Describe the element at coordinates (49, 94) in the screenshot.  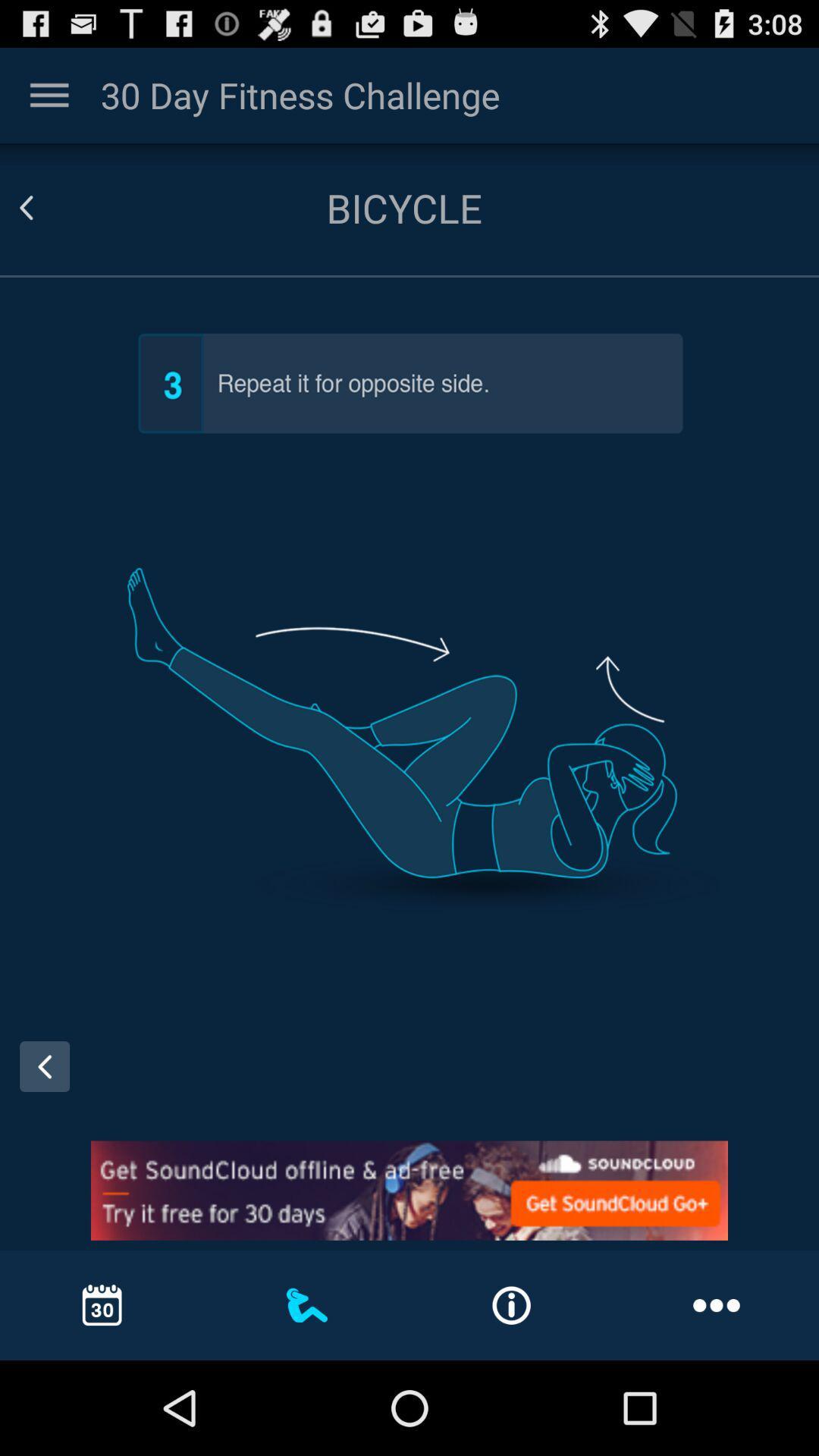
I see `no bounding box` at that location.